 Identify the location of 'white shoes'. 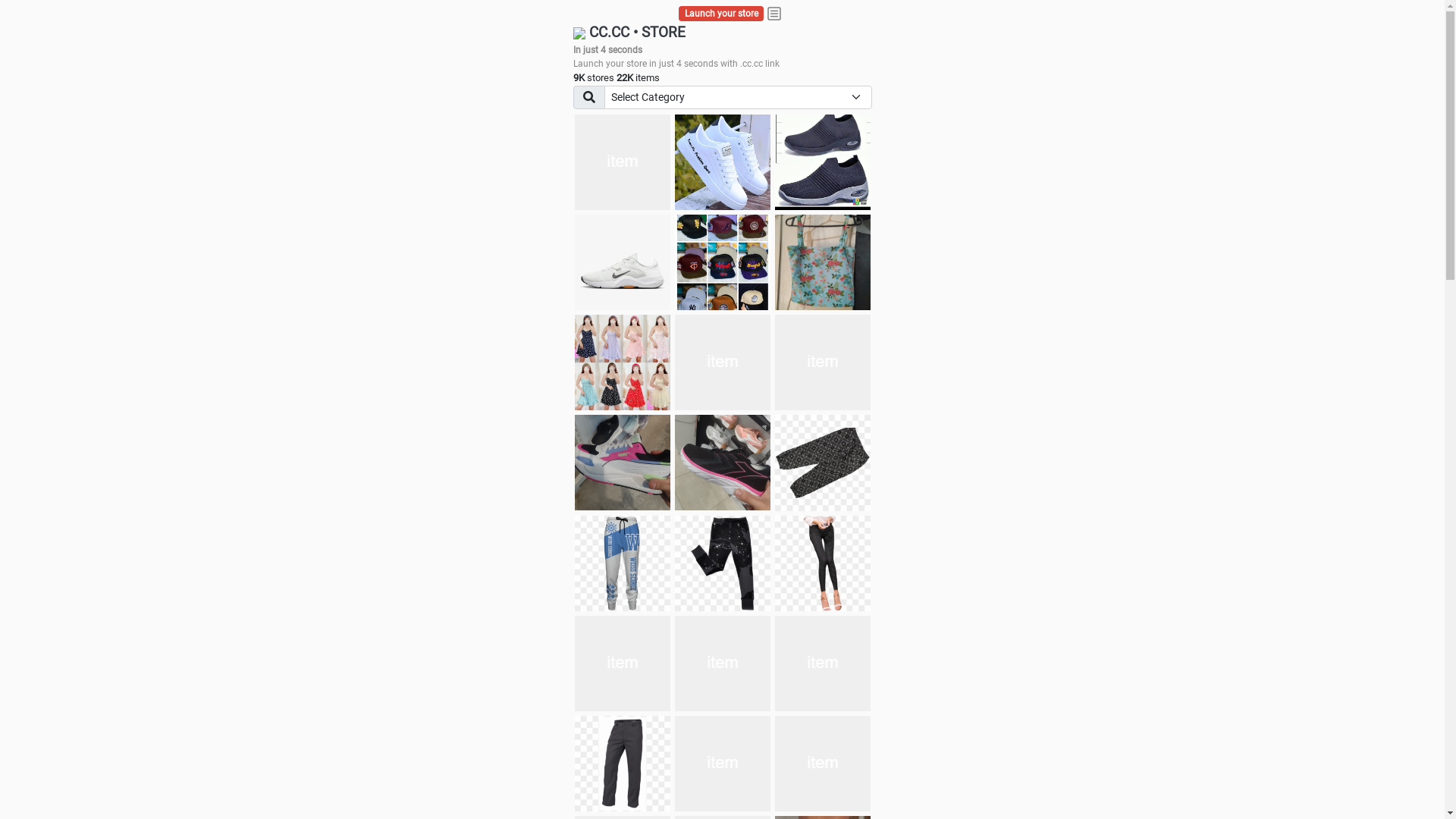
(722, 162).